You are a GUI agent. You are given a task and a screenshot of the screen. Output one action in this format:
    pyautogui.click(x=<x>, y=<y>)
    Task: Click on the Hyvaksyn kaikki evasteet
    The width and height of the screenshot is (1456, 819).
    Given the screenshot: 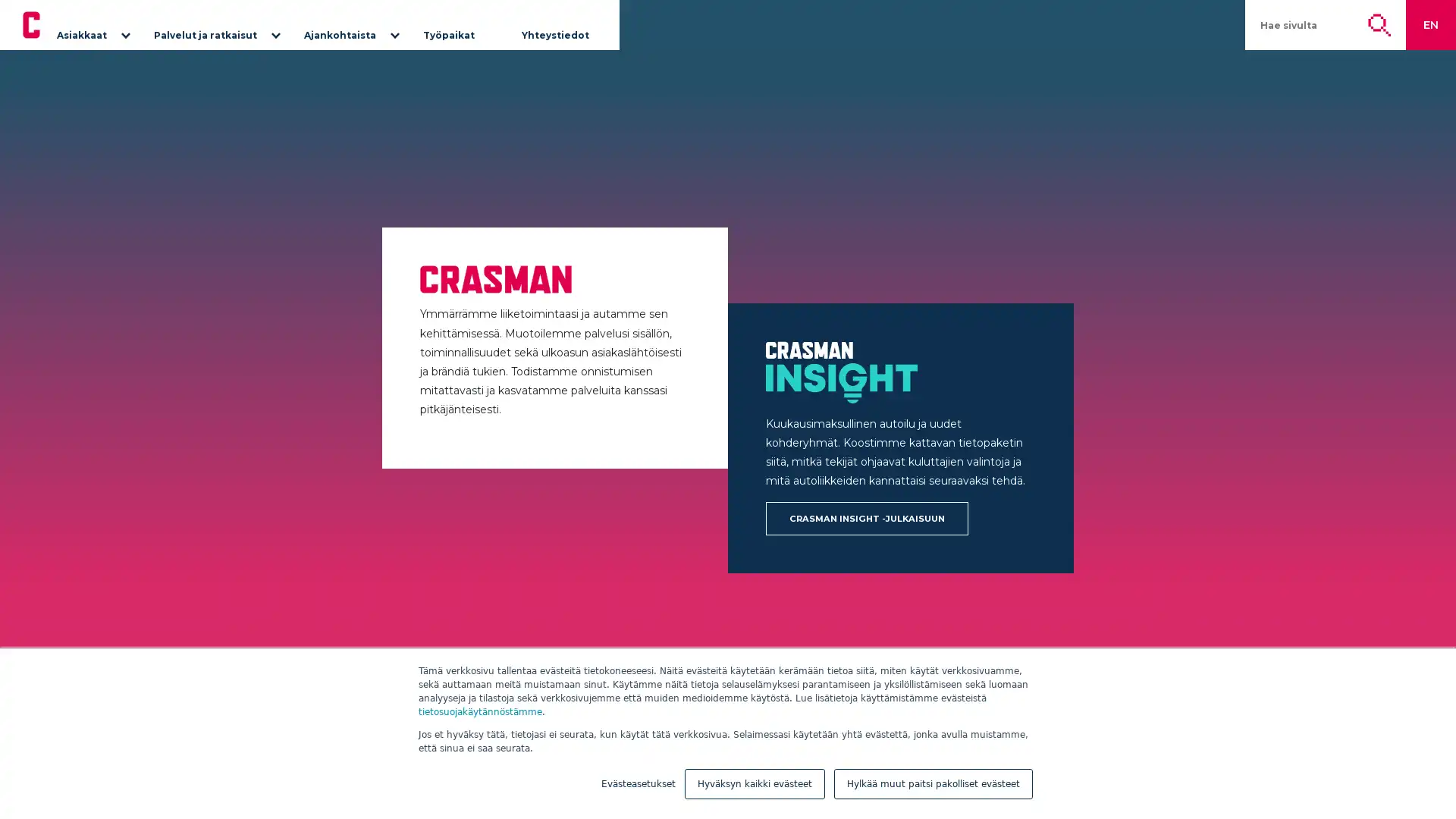 What is the action you would take?
    pyautogui.click(x=755, y=783)
    